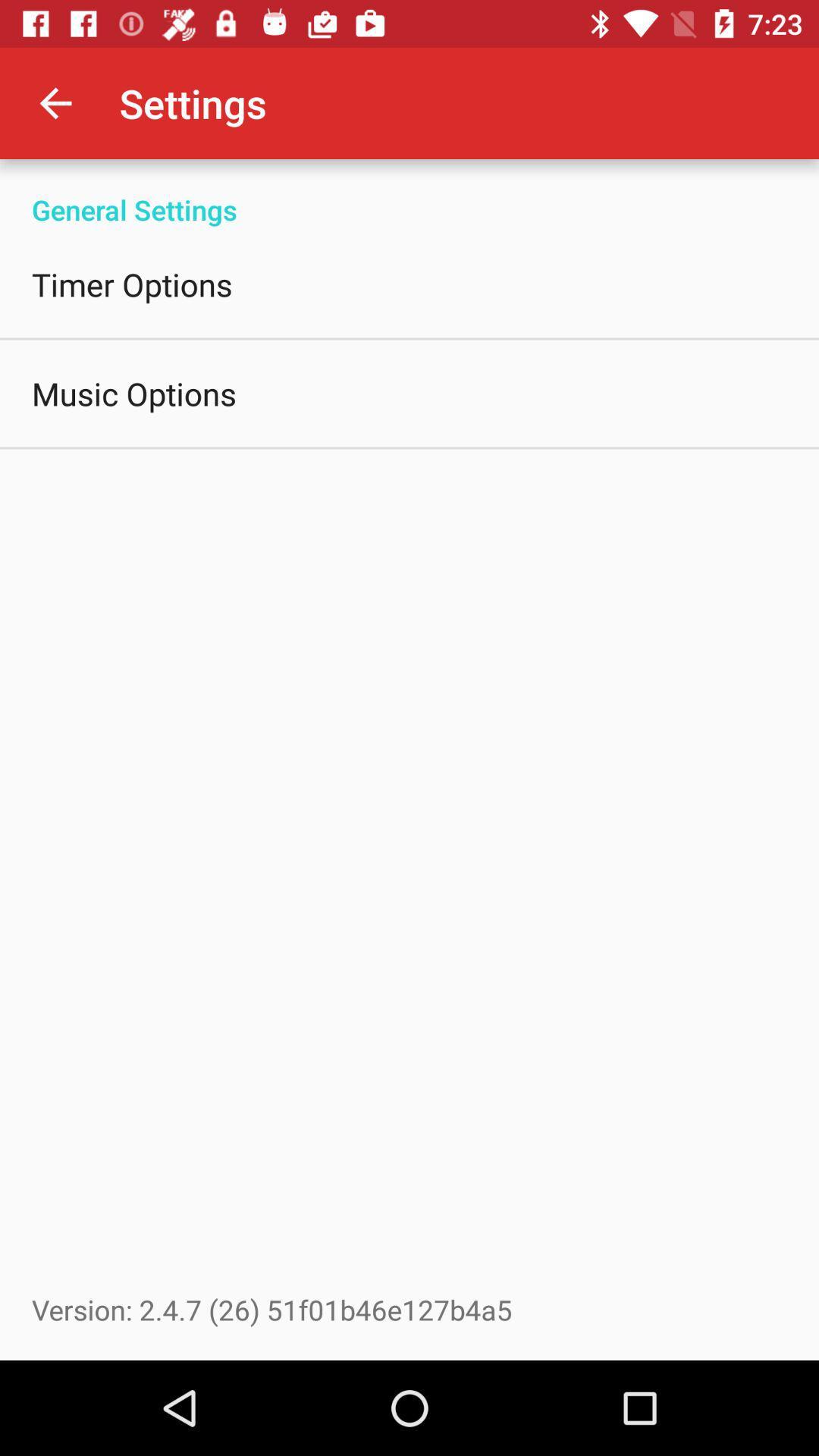  Describe the element at coordinates (131, 284) in the screenshot. I see `the item below general settings icon` at that location.